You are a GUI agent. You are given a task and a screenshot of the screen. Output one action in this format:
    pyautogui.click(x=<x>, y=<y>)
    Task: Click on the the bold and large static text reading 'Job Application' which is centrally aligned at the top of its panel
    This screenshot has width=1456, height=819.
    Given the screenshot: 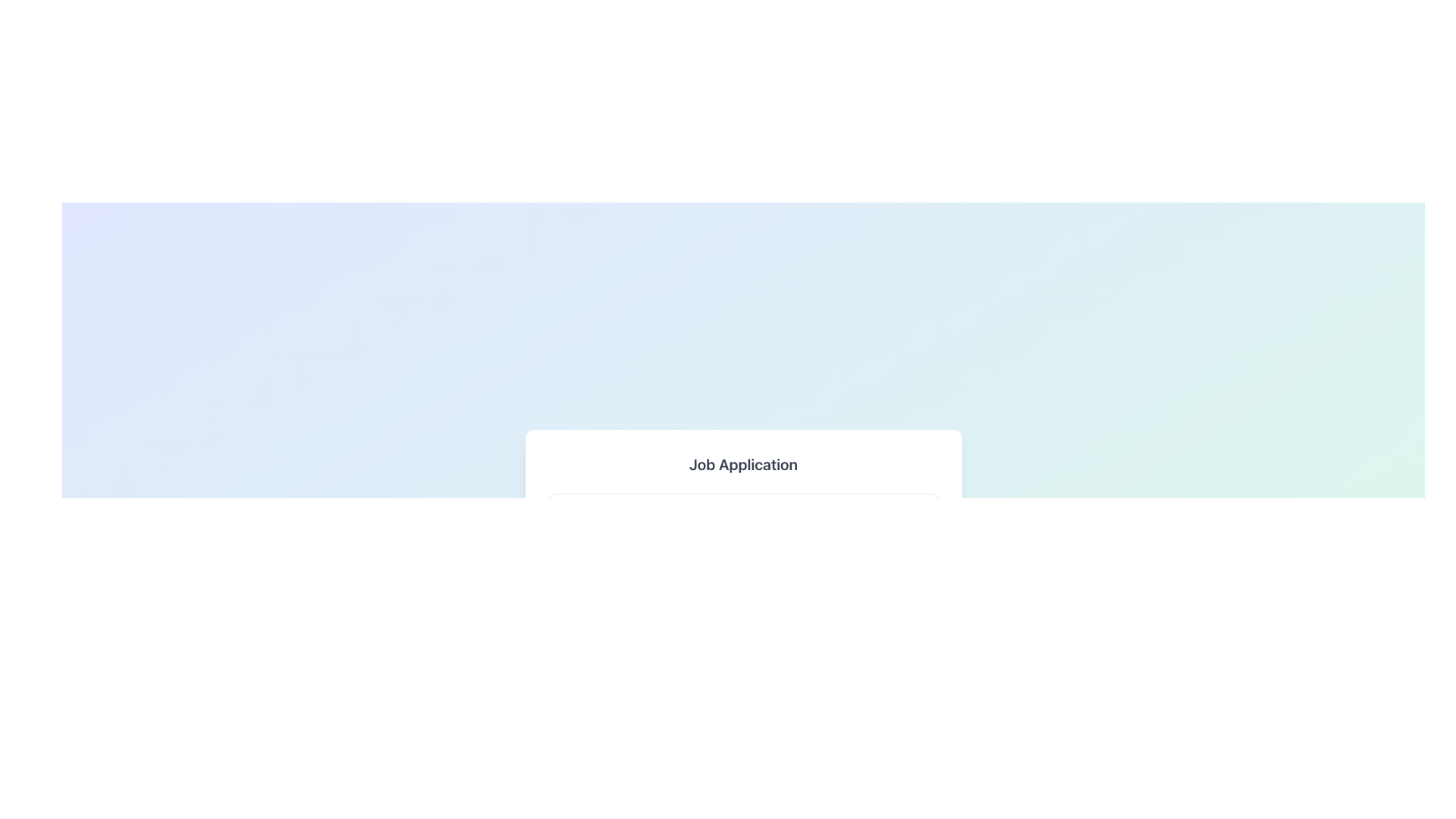 What is the action you would take?
    pyautogui.click(x=743, y=464)
    